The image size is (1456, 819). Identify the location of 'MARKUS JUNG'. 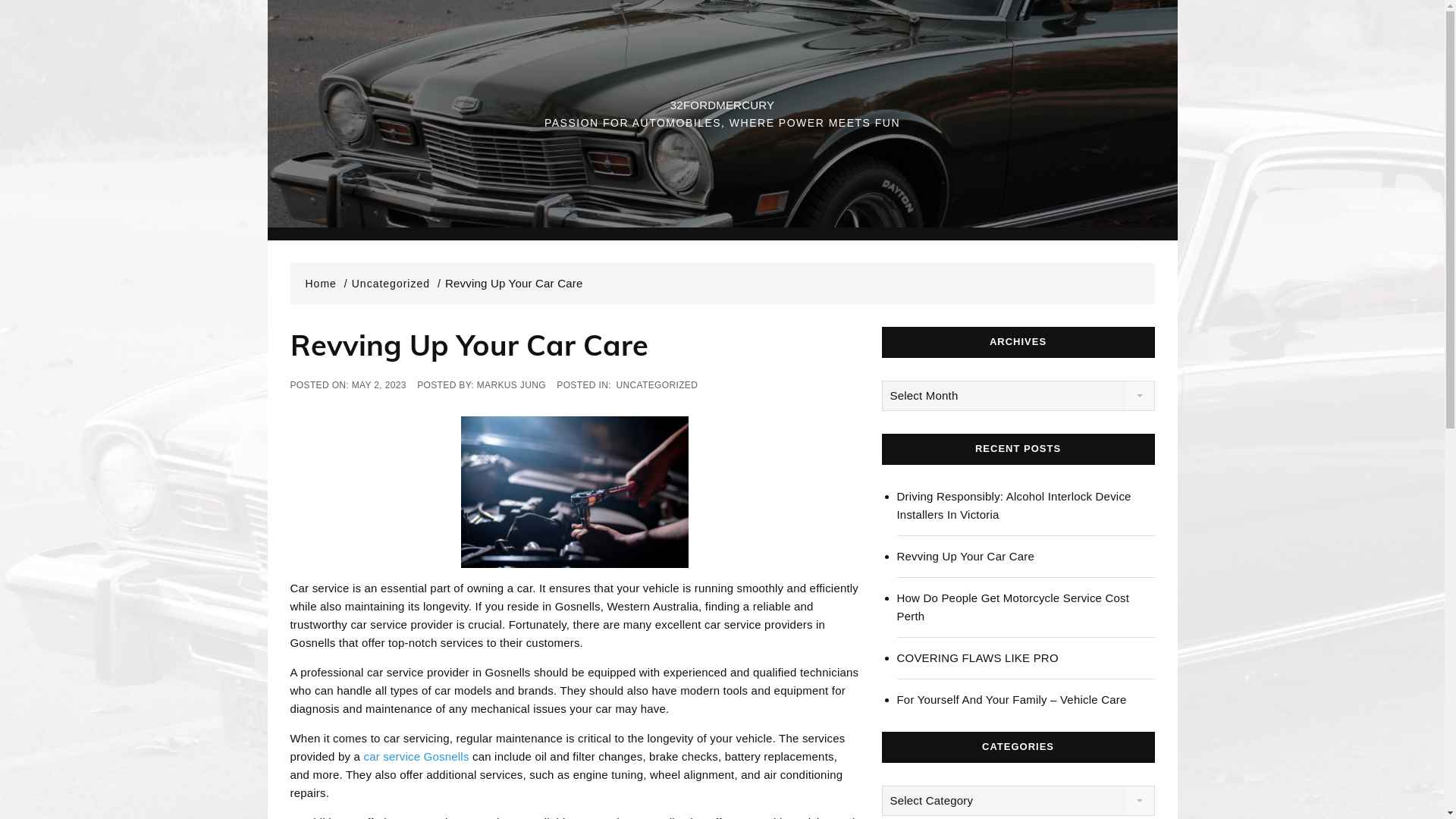
(511, 384).